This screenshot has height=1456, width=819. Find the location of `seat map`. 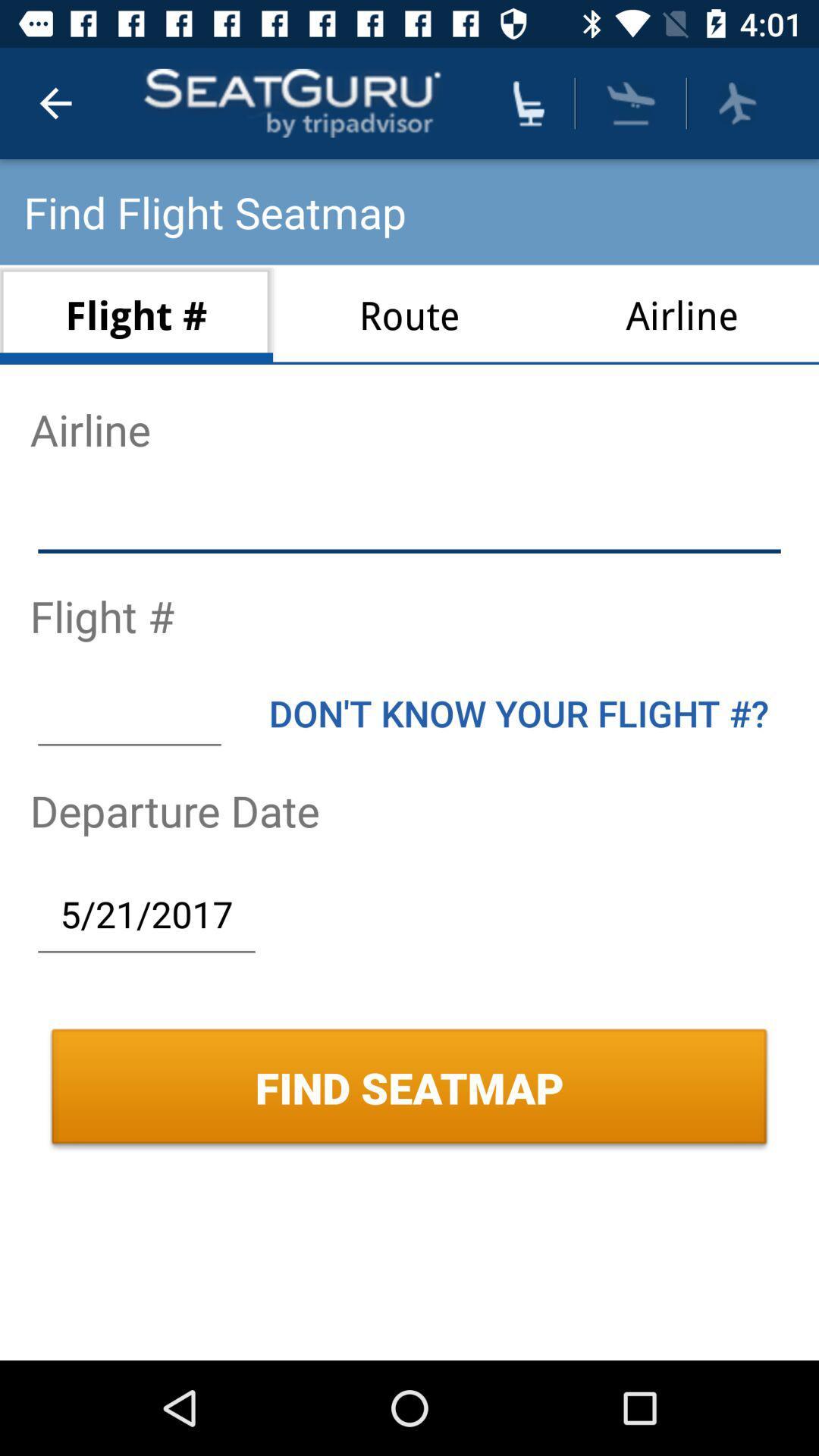

seat map is located at coordinates (528, 102).